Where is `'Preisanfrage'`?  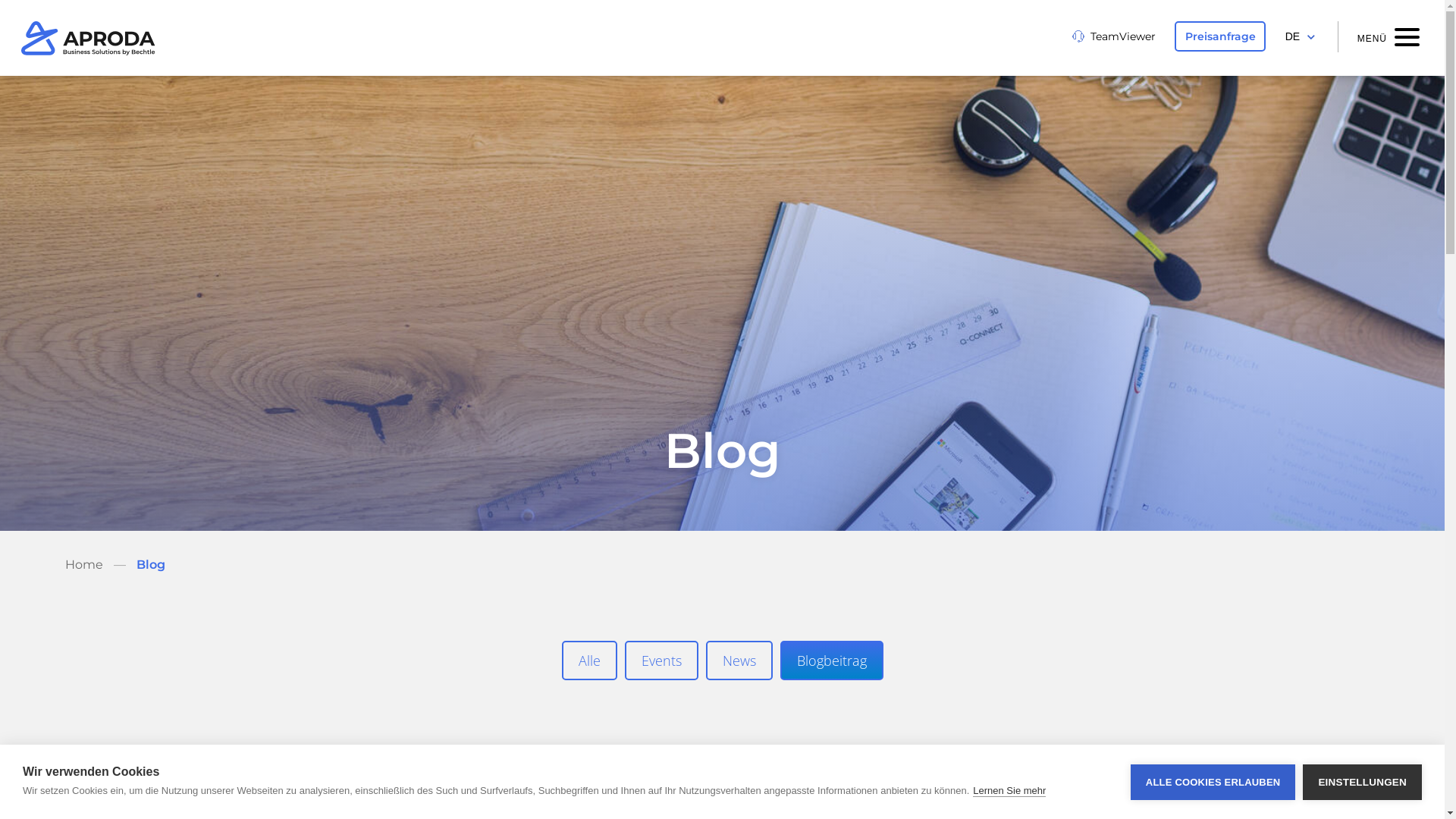 'Preisanfrage' is located at coordinates (1219, 35).